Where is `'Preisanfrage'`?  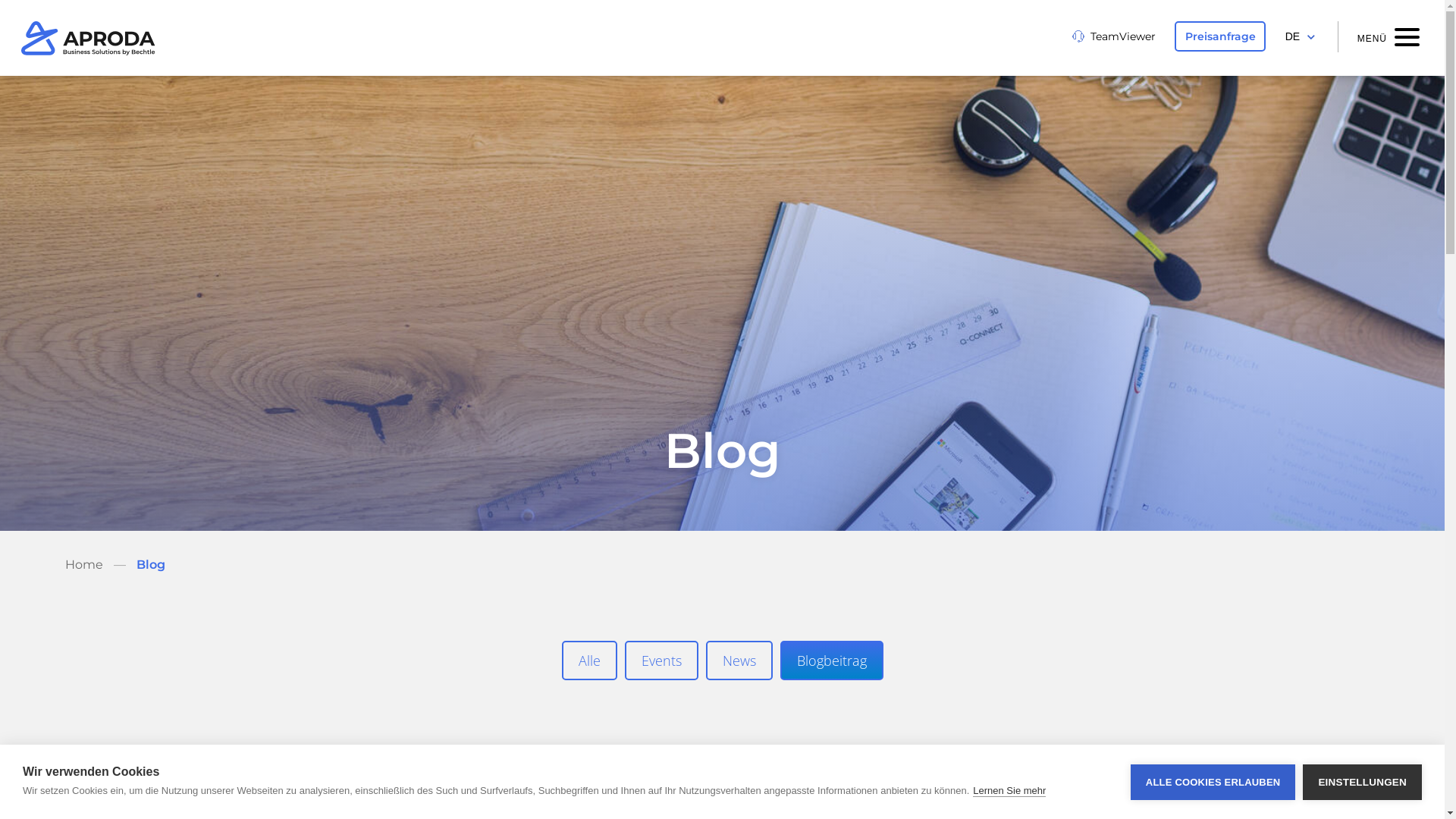 'Preisanfrage' is located at coordinates (1219, 35).